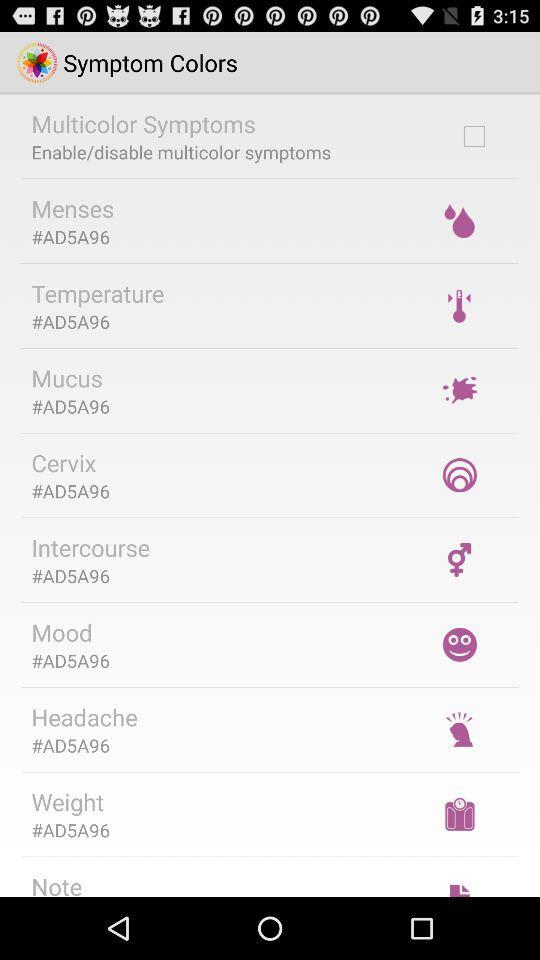 Image resolution: width=540 pixels, height=960 pixels. I want to click on weight, so click(67, 801).